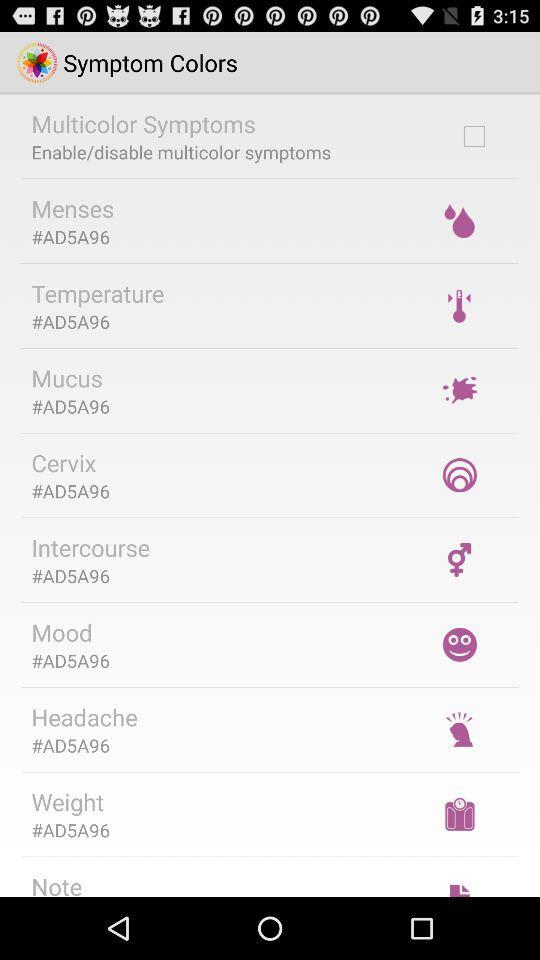 Image resolution: width=540 pixels, height=960 pixels. I want to click on weight, so click(67, 801).